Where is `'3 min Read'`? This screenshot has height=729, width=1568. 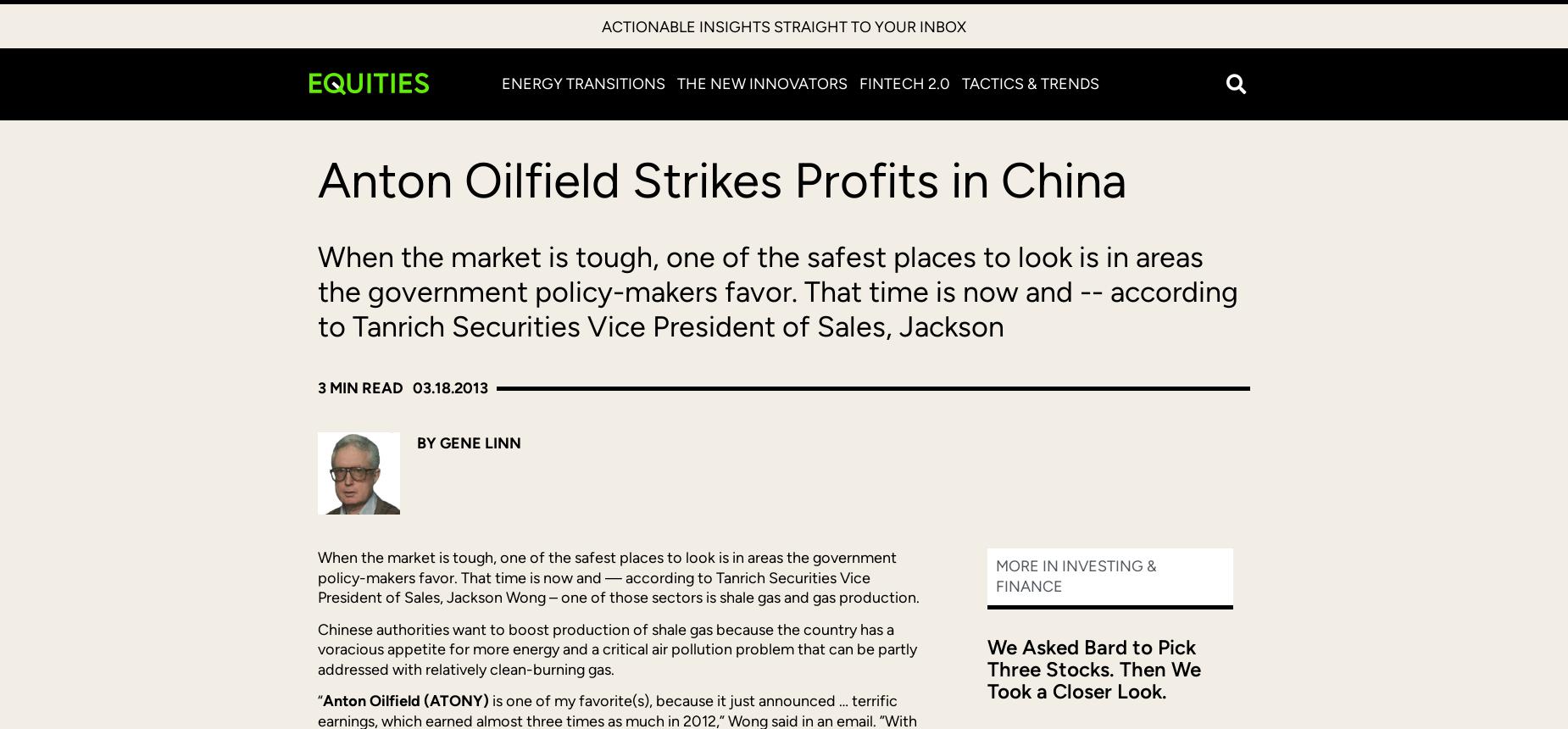
'3 min Read' is located at coordinates (359, 387).